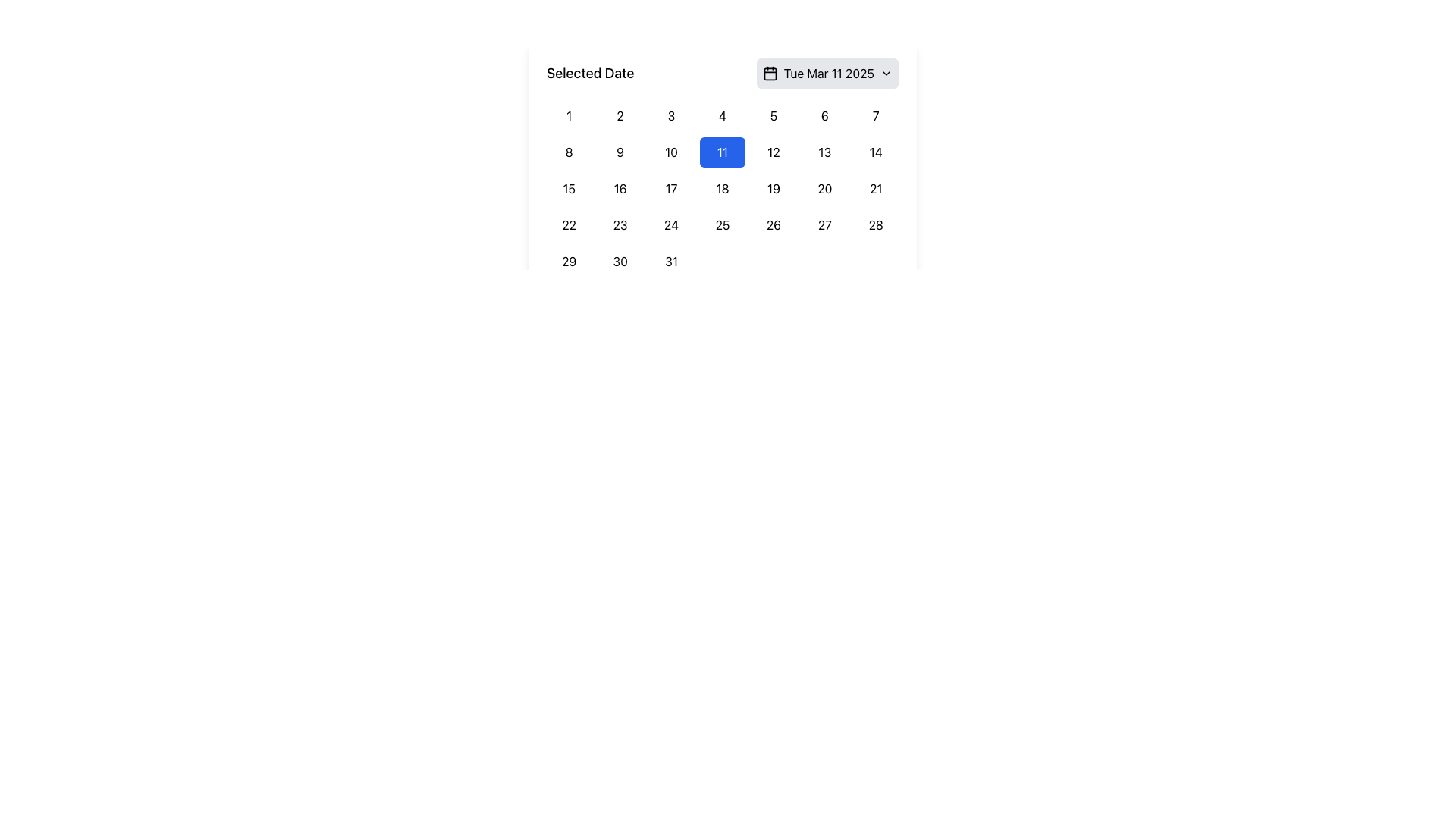 Image resolution: width=1456 pixels, height=819 pixels. What do you see at coordinates (568, 188) in the screenshot?
I see `the Text Button representing a date in the first column of the fourth row under the 'Selected Date' heading` at bounding box center [568, 188].